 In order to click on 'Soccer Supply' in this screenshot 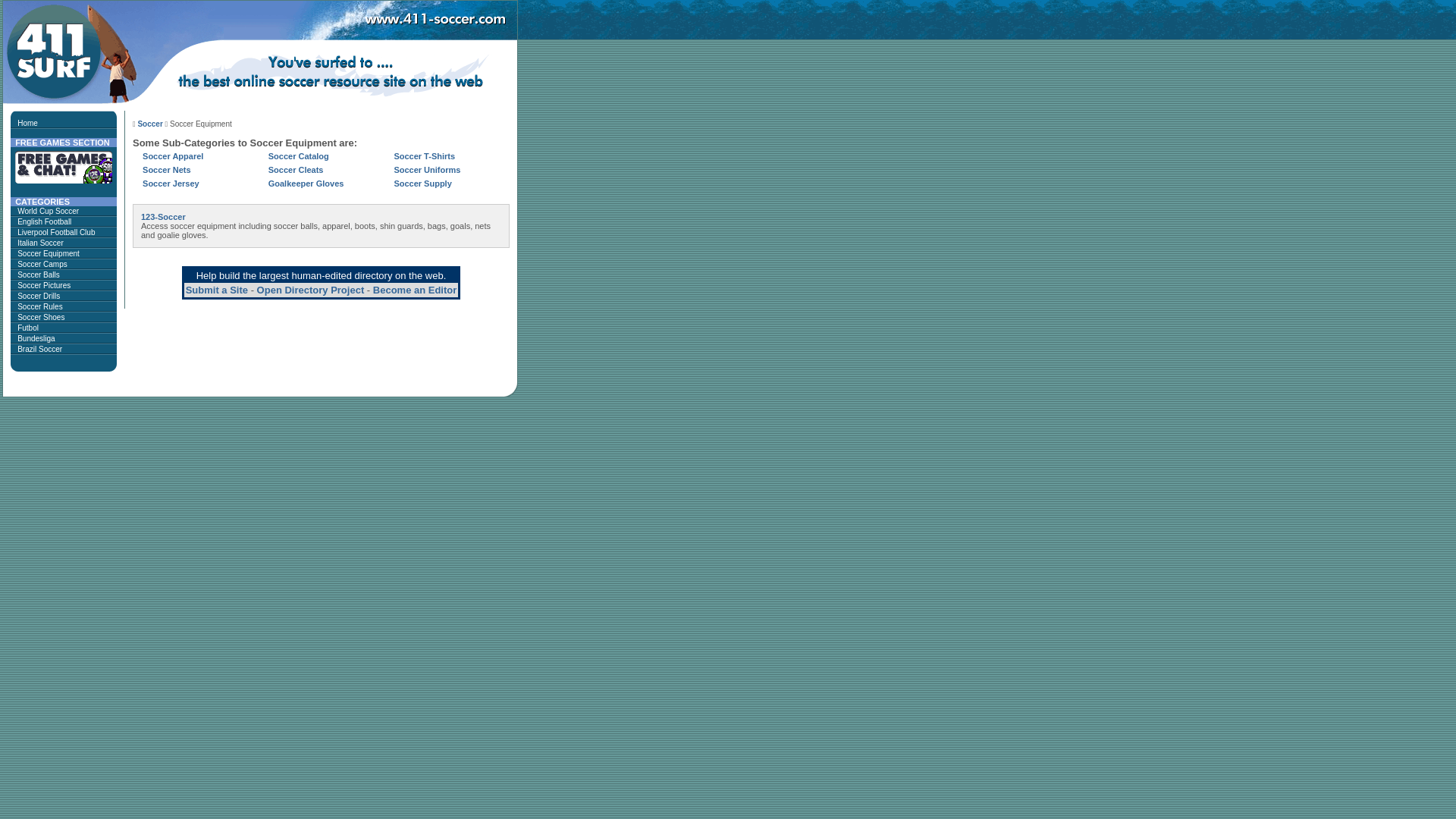, I will do `click(422, 183)`.